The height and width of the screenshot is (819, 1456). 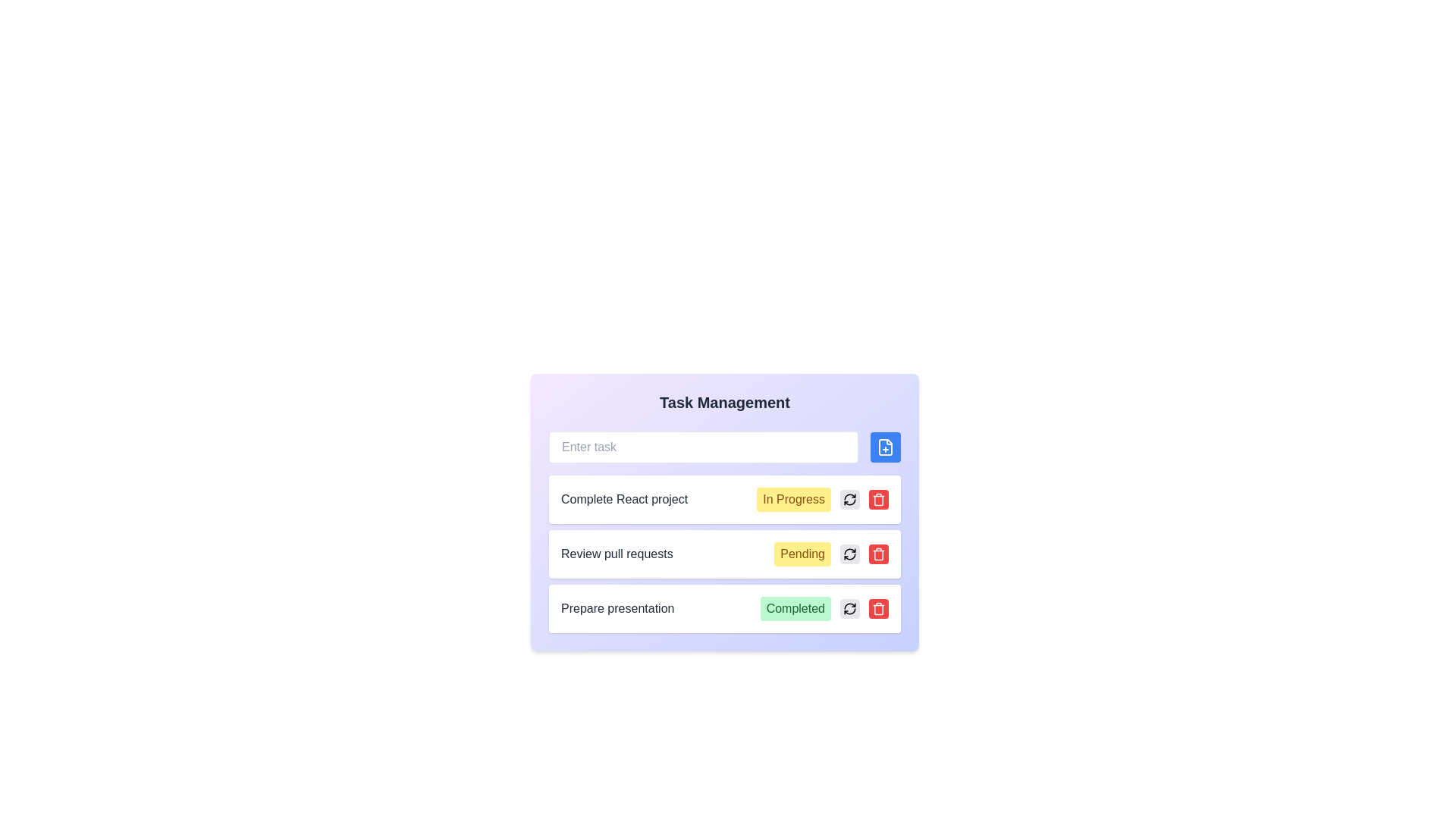 I want to click on text of the Status badge indicating the pending state of the task located to the right of 'Review pull requests' in the task management interface, so click(x=830, y=554).